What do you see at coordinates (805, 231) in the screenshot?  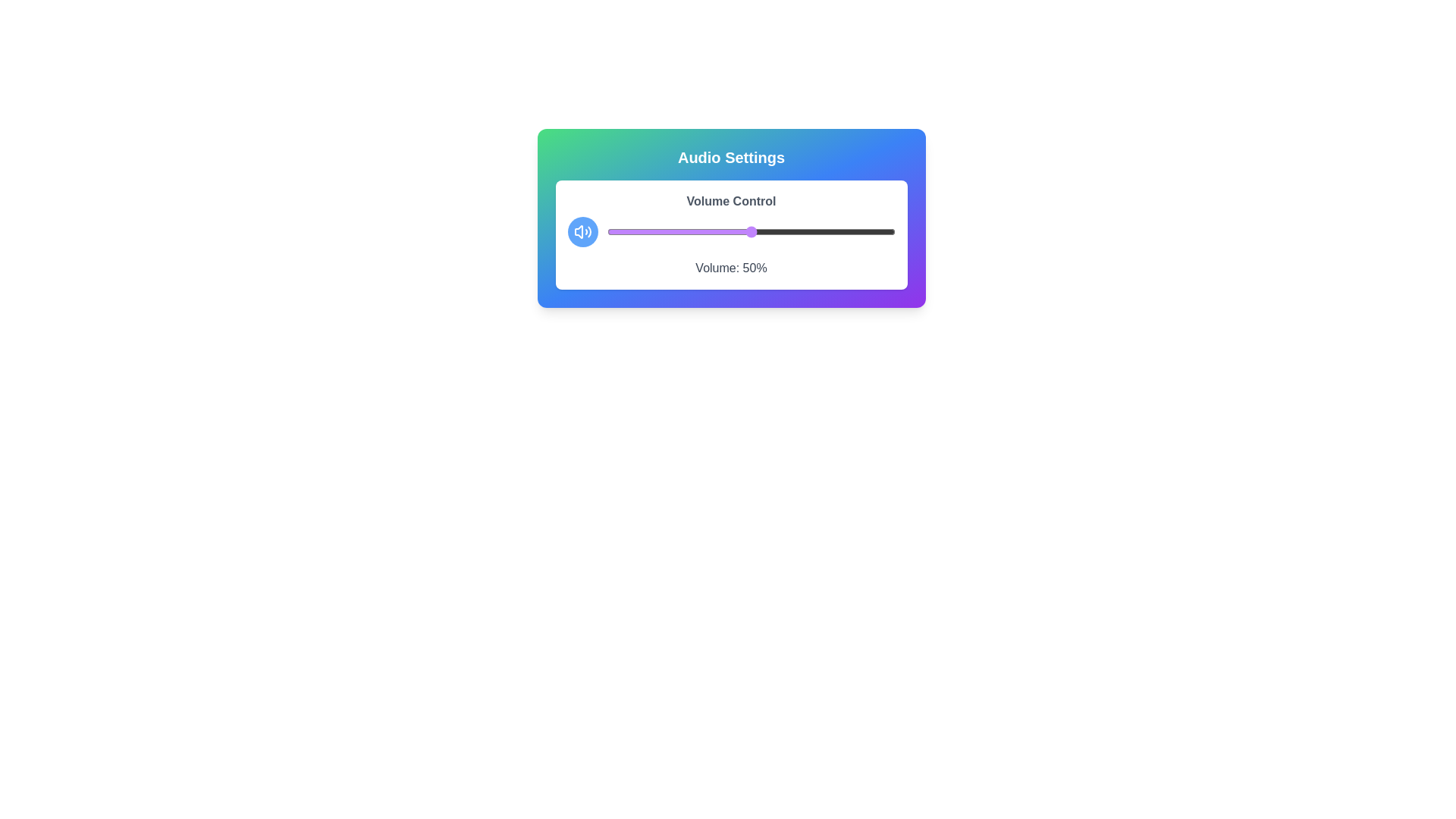 I see `volume slider` at bounding box center [805, 231].